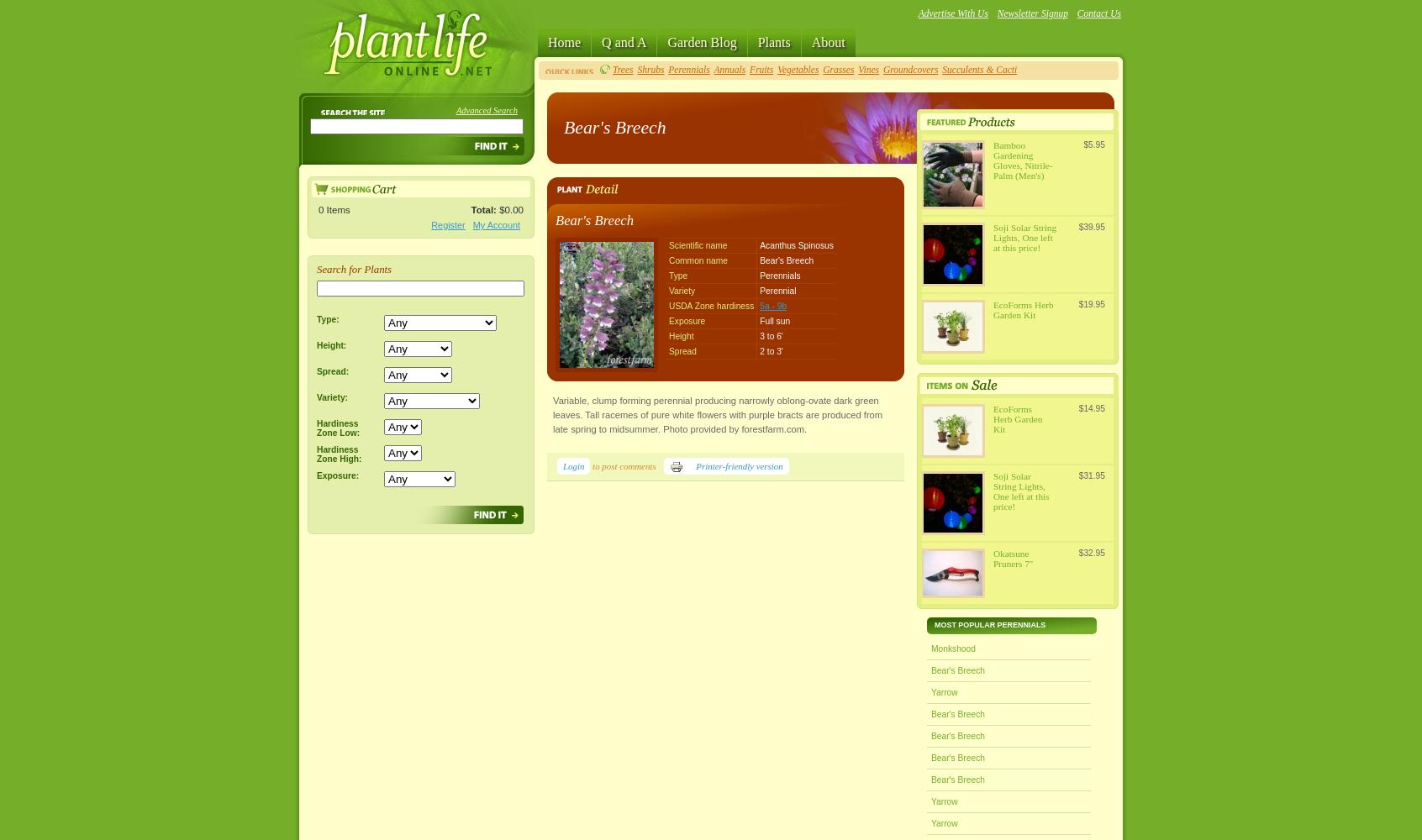 The width and height of the screenshot is (1422, 840). Describe the element at coordinates (761, 69) in the screenshot. I see `'Fruits'` at that location.